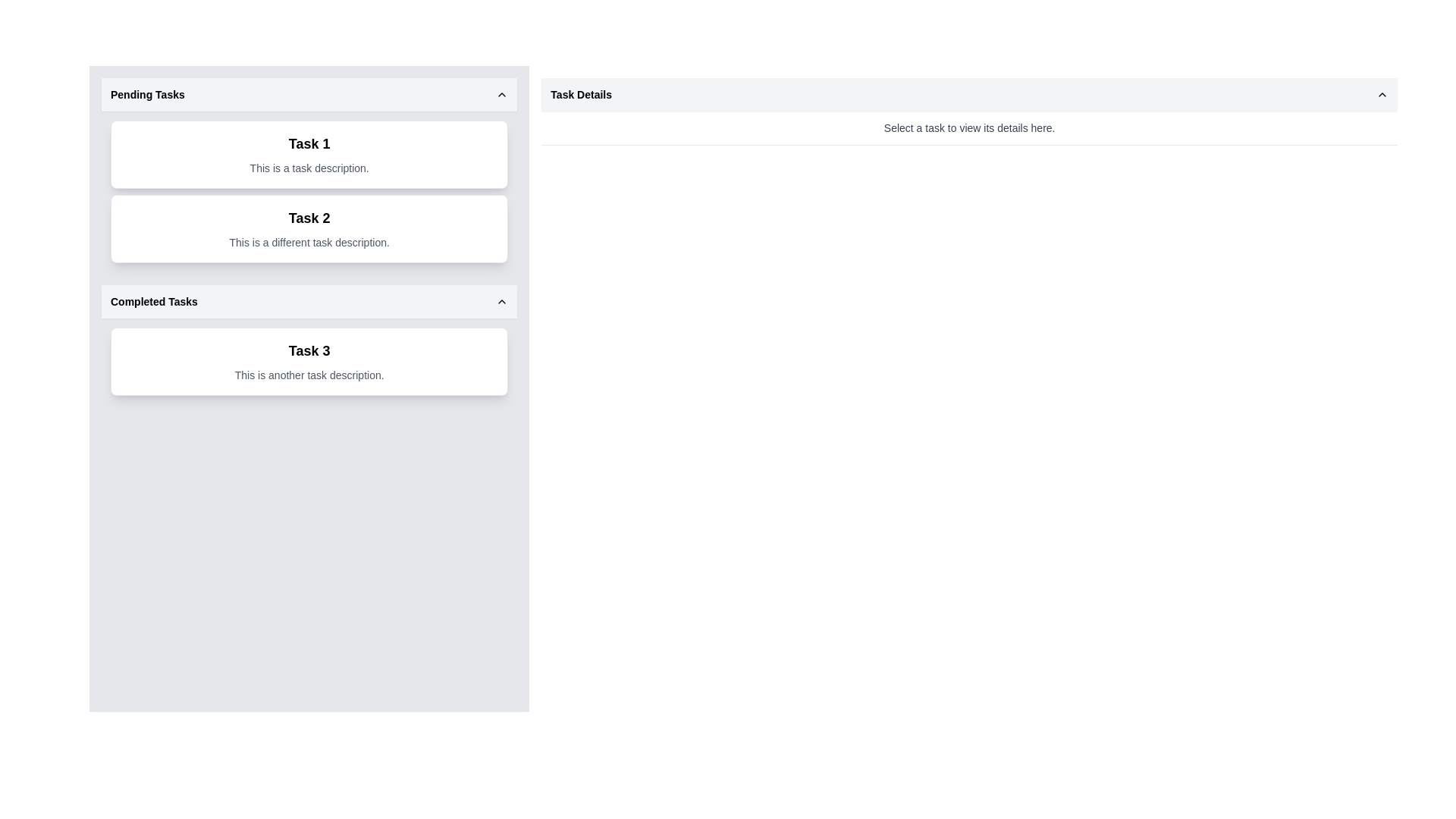 Image resolution: width=1456 pixels, height=819 pixels. I want to click on the Information panel that displays 'Task 3' and its description, so click(309, 362).